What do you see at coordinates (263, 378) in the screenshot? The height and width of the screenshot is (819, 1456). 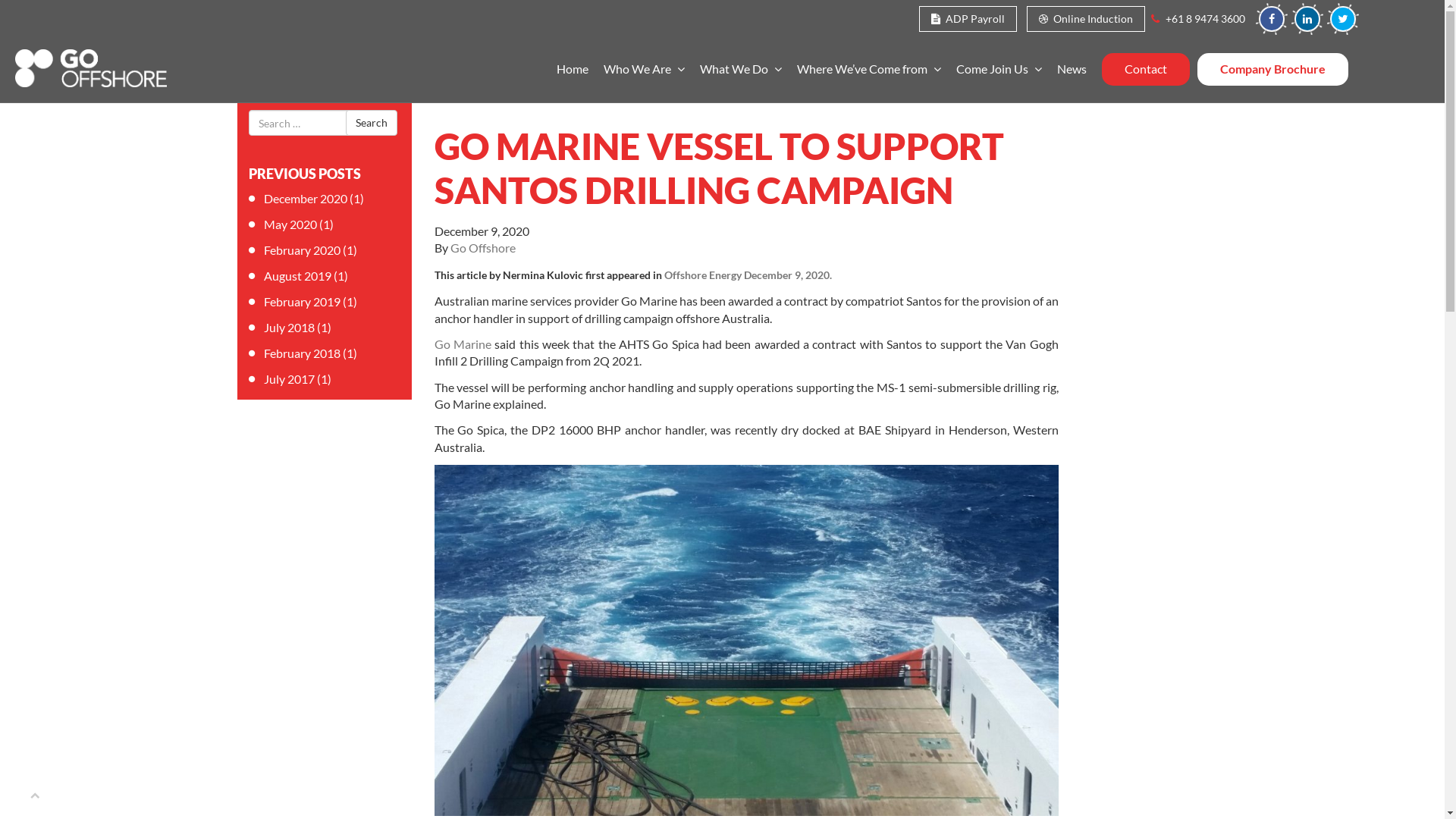 I see `'July 2017'` at bounding box center [263, 378].